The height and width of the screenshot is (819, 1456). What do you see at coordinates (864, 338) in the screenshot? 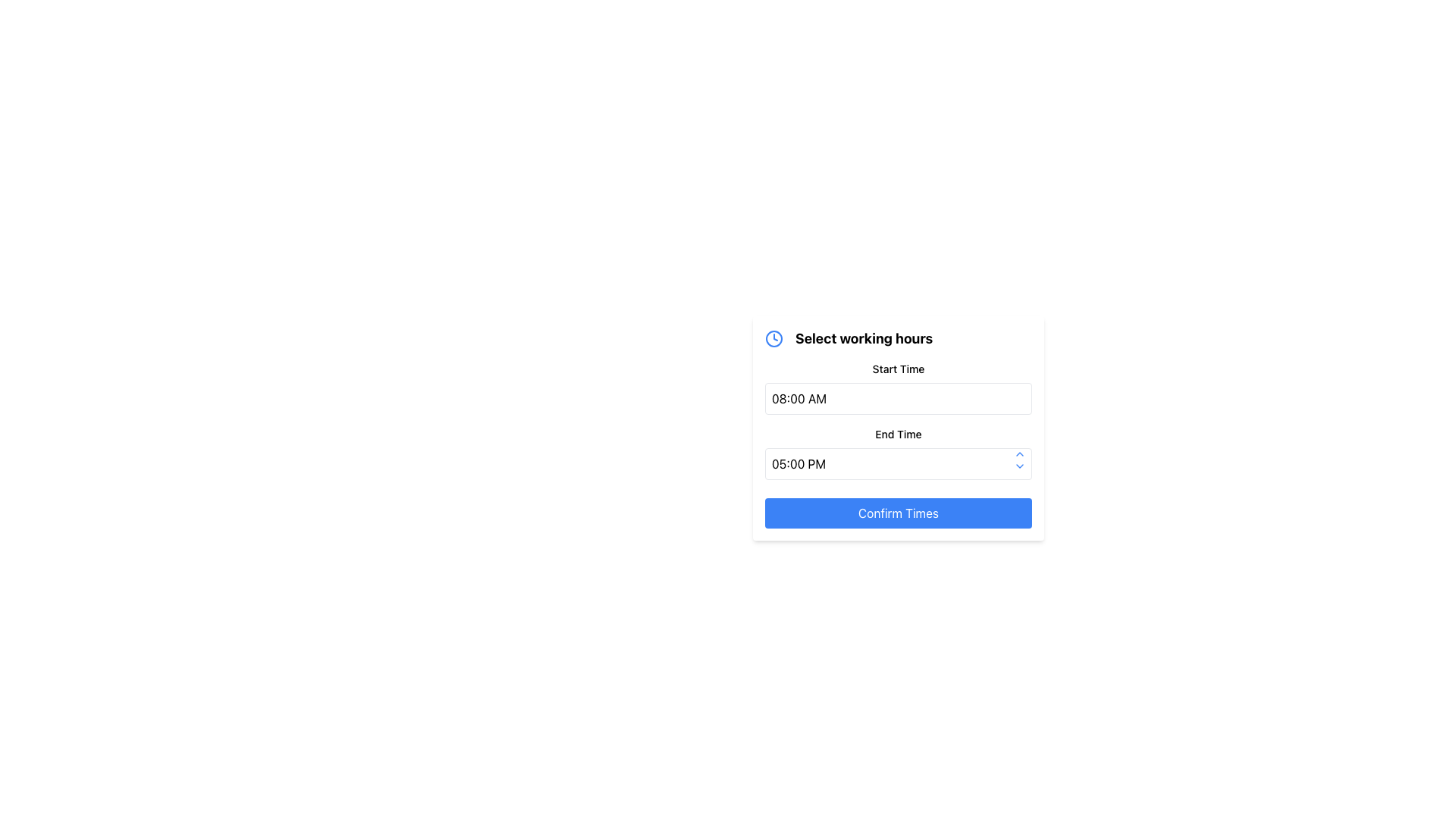
I see `the bold header text 'Select working hours' positioned prominently at the top of the form layout for additional information` at bounding box center [864, 338].